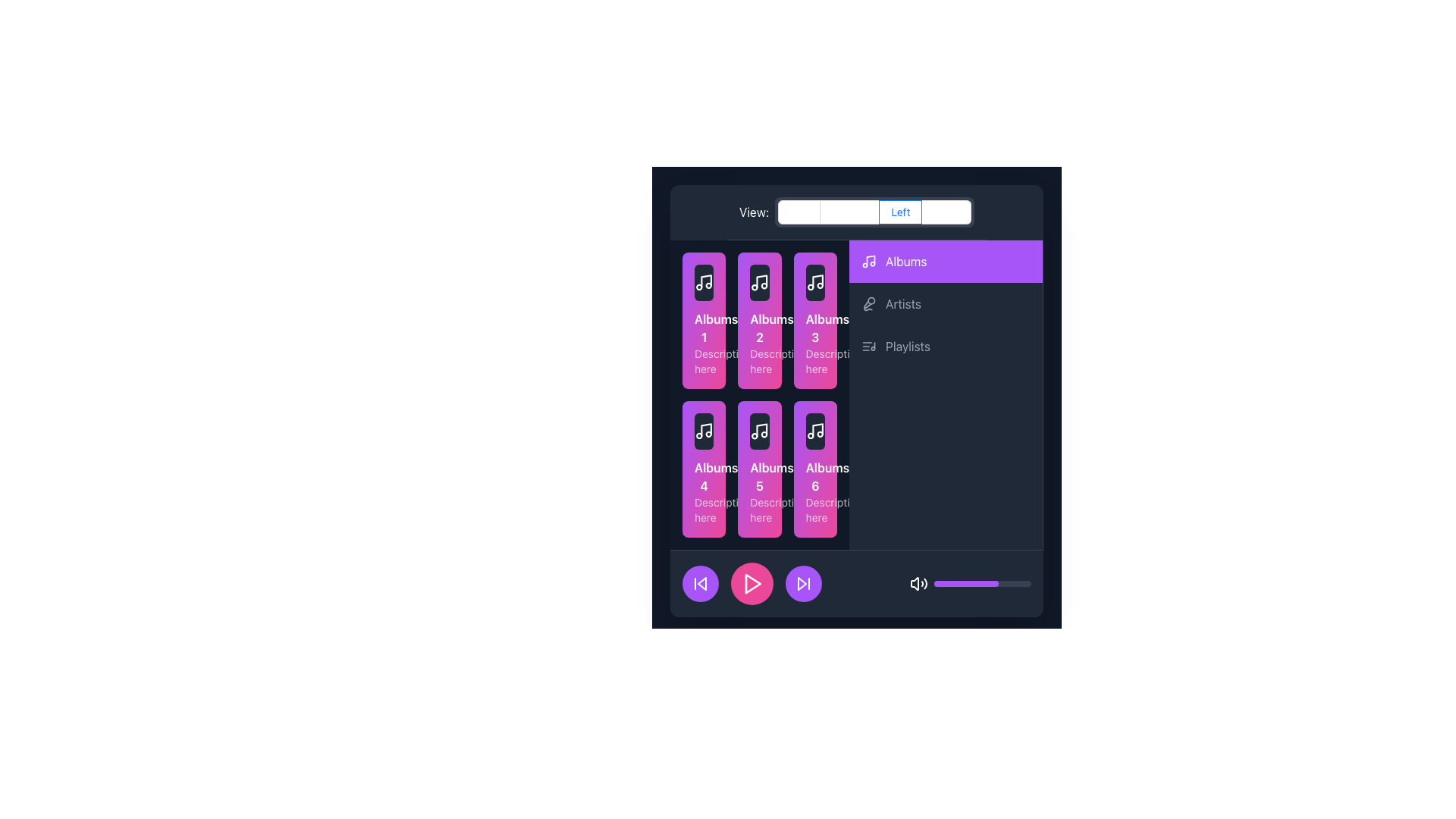 The image size is (1456, 819). Describe the element at coordinates (907, 346) in the screenshot. I see `the 'Playlists' text label` at that location.